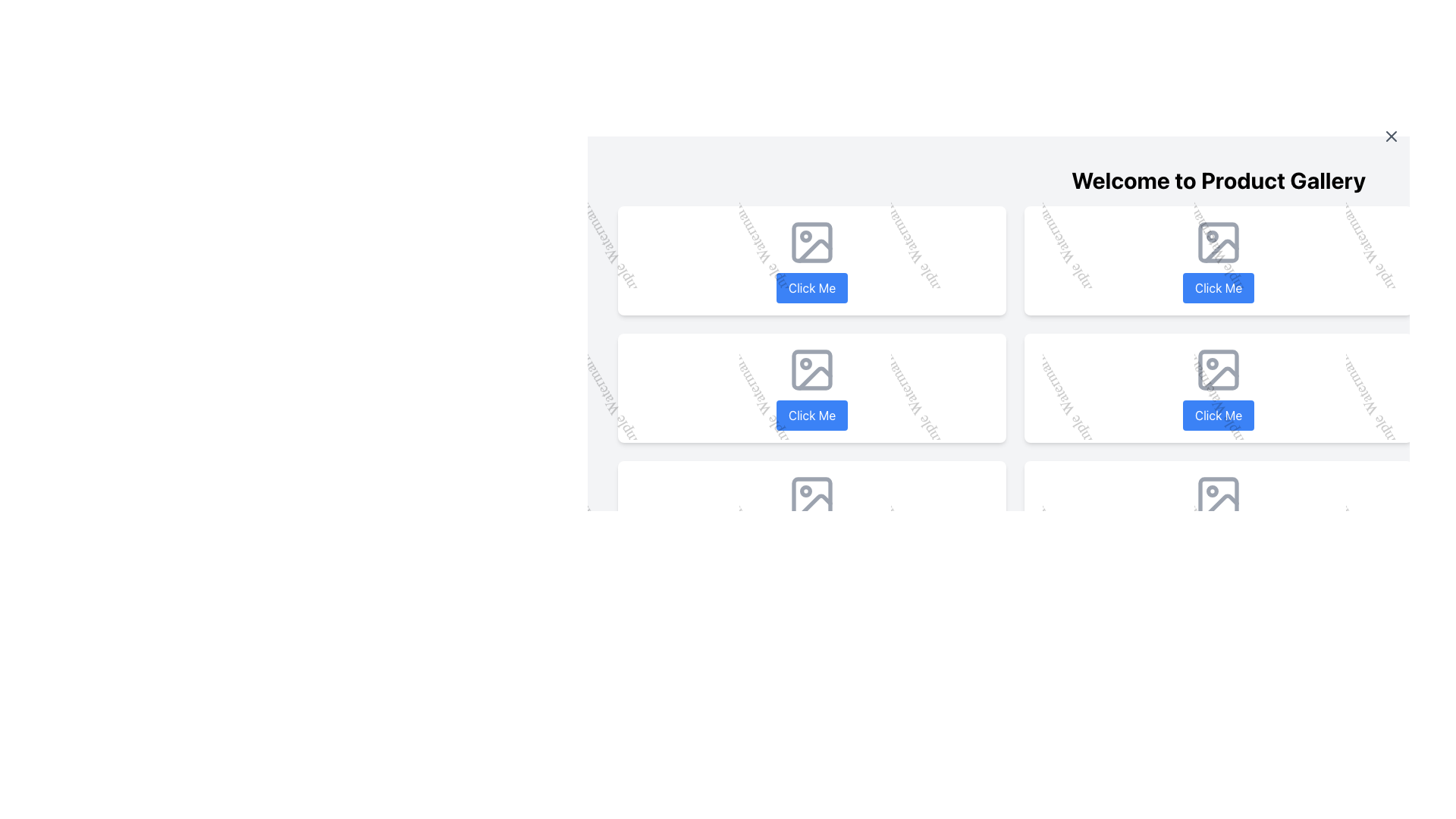  I want to click on small gray rectangle with rounded corners located in the bottom-left cell of the grid layout within the SVG graphic representing an image icon by opening the browser's developer tools, so click(811, 497).